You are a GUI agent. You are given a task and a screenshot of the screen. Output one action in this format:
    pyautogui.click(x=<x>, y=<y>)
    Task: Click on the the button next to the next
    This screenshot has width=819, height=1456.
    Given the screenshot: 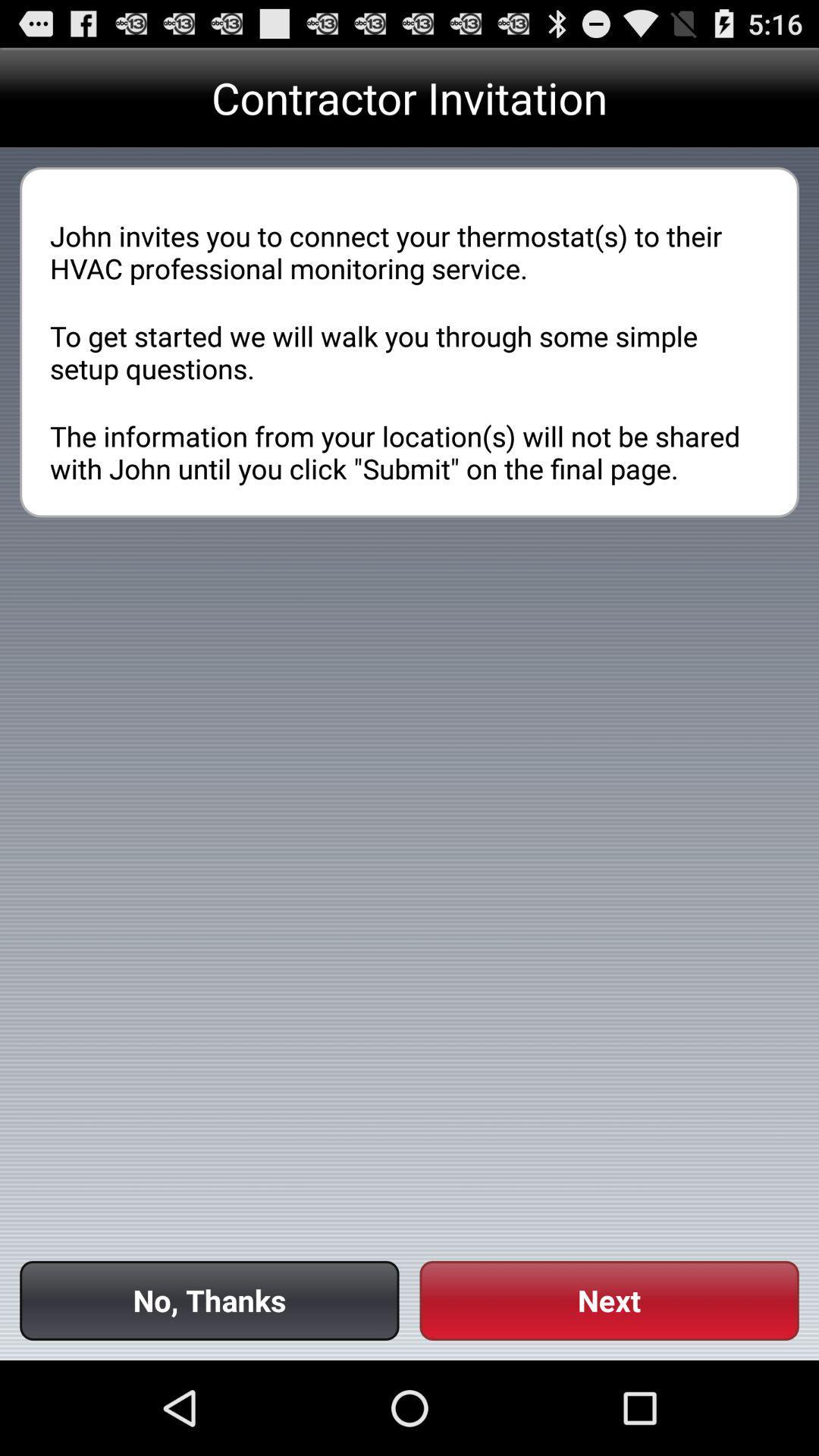 What is the action you would take?
    pyautogui.click(x=209, y=1300)
    